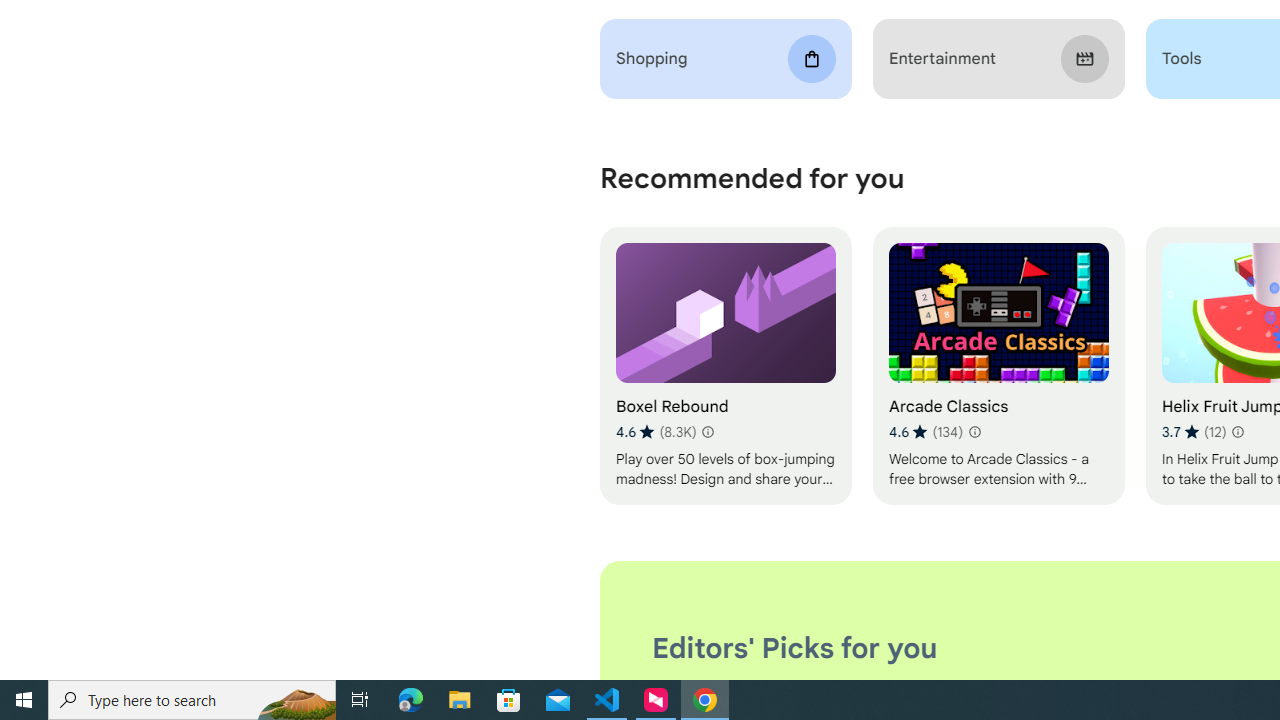  I want to click on 'Learn more about results and reviews "Arcade Classics"', so click(974, 431).